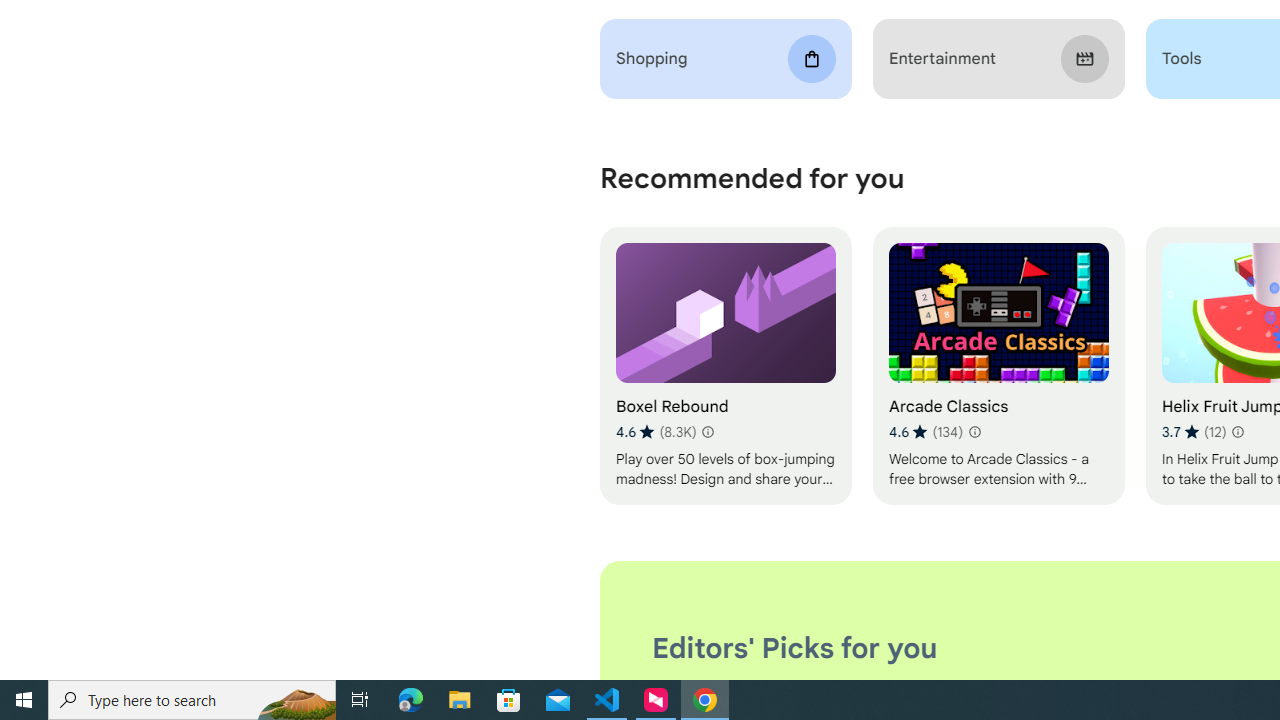  I want to click on 'Learn more about results and reviews "Arcade Classics"', so click(974, 431).